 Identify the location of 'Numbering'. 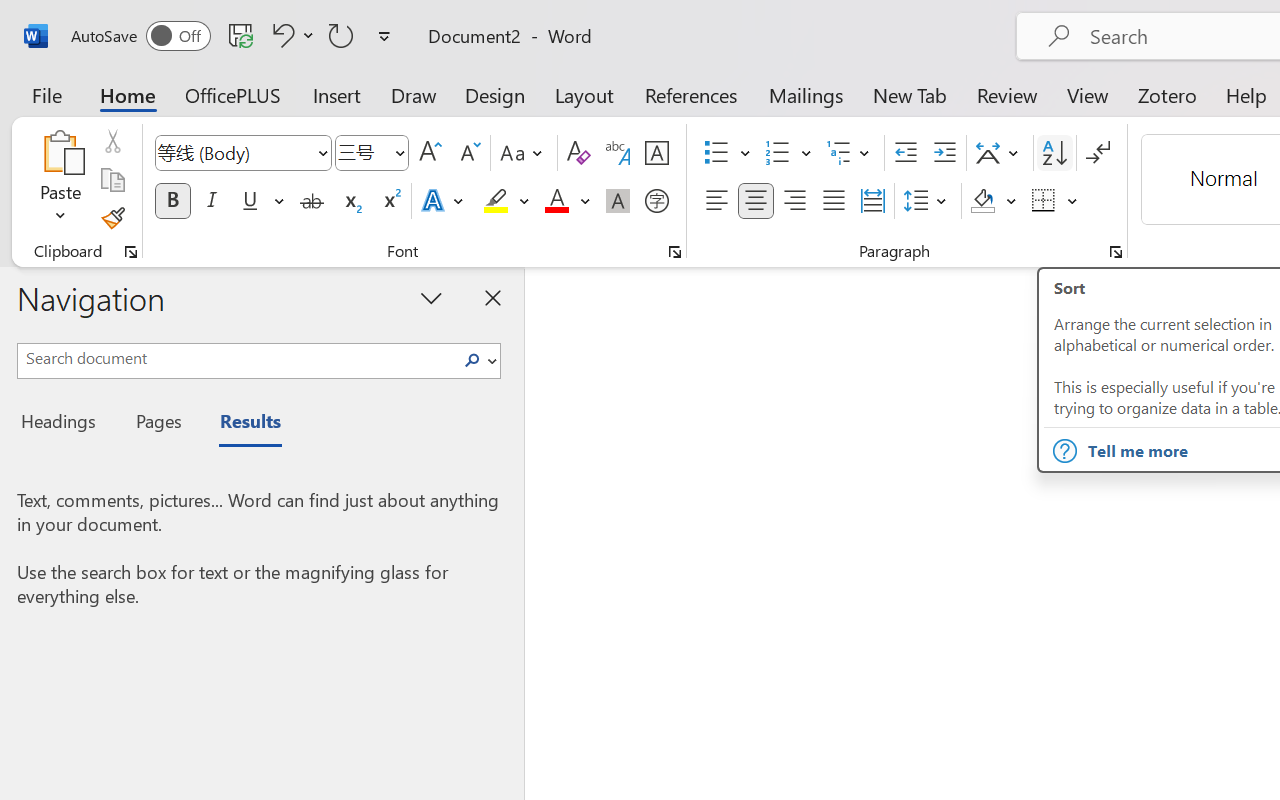
(788, 153).